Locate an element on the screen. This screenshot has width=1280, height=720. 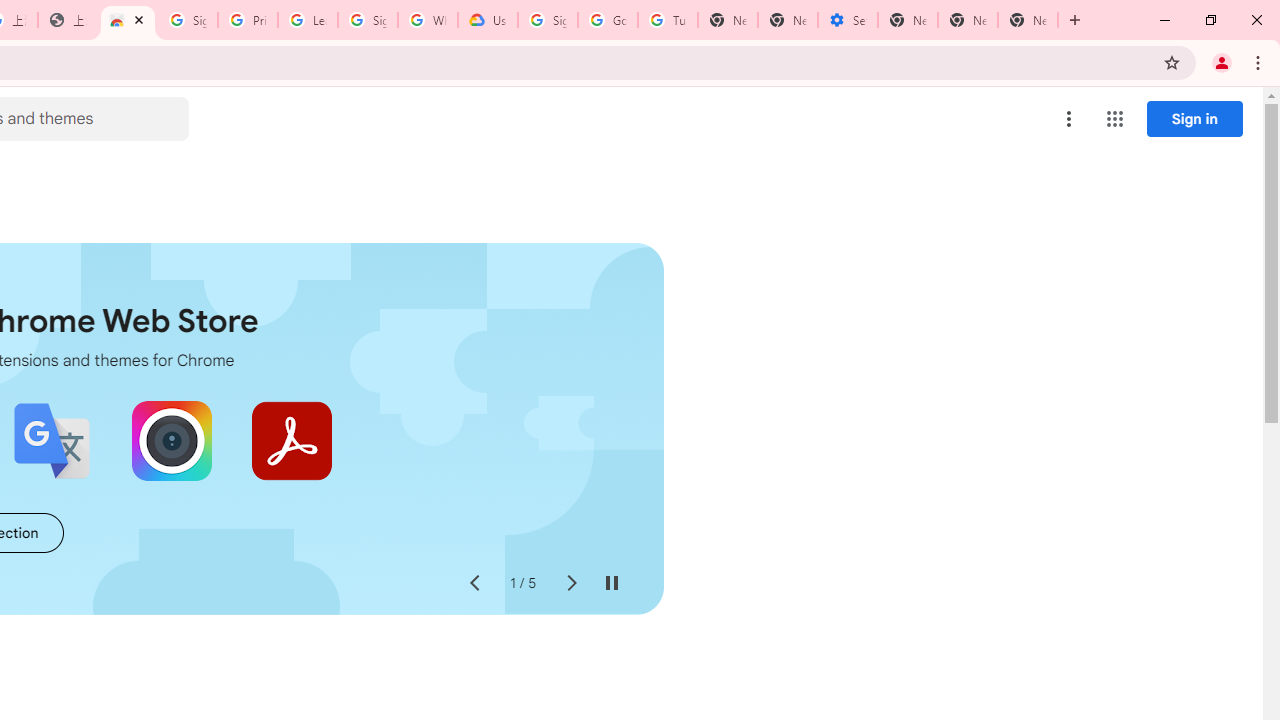
'Adobe Acrobat: PDF edit, convert, sign tools' is located at coordinates (290, 440).